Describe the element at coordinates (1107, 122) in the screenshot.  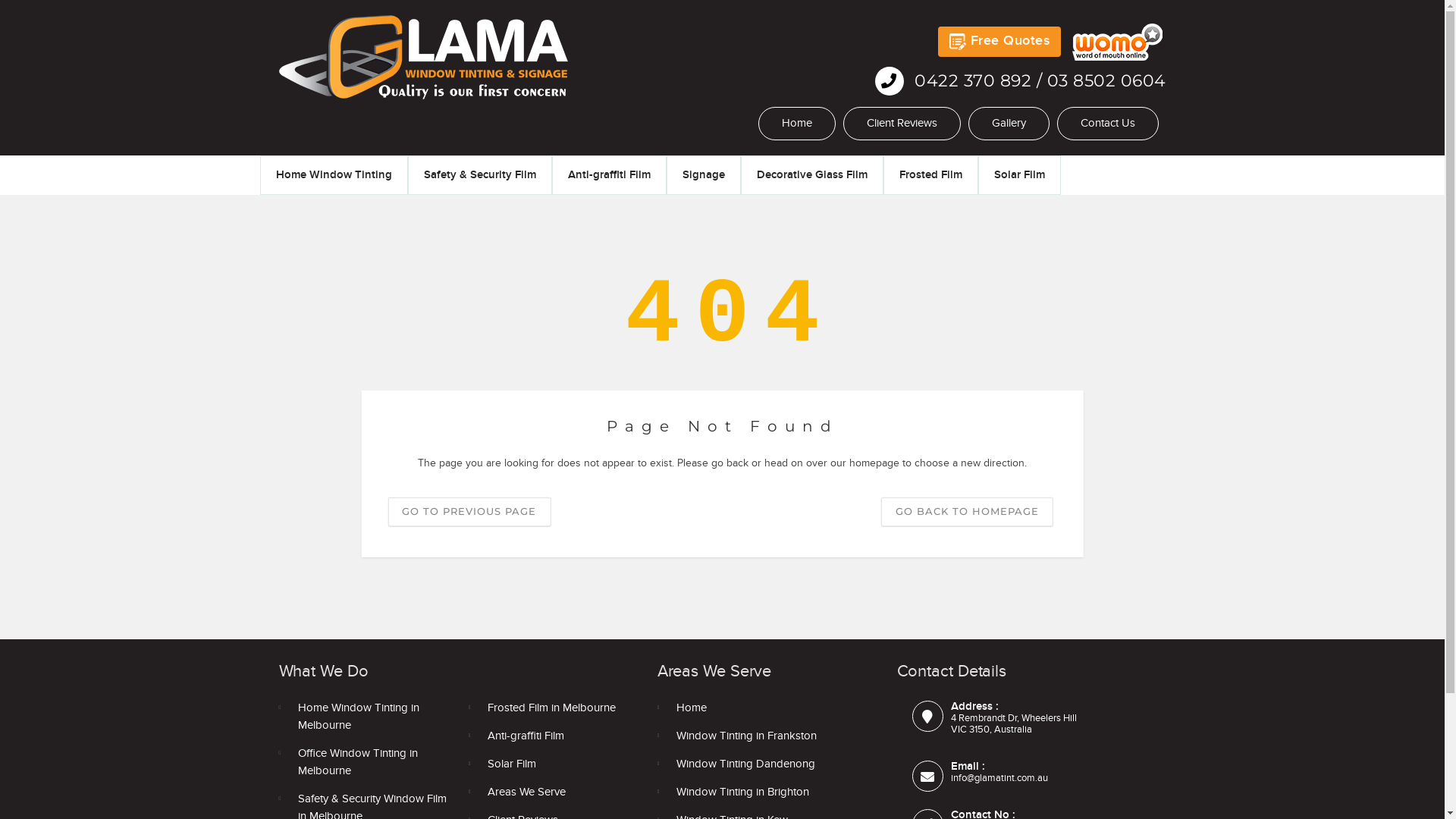
I see `'Contact Us'` at that location.